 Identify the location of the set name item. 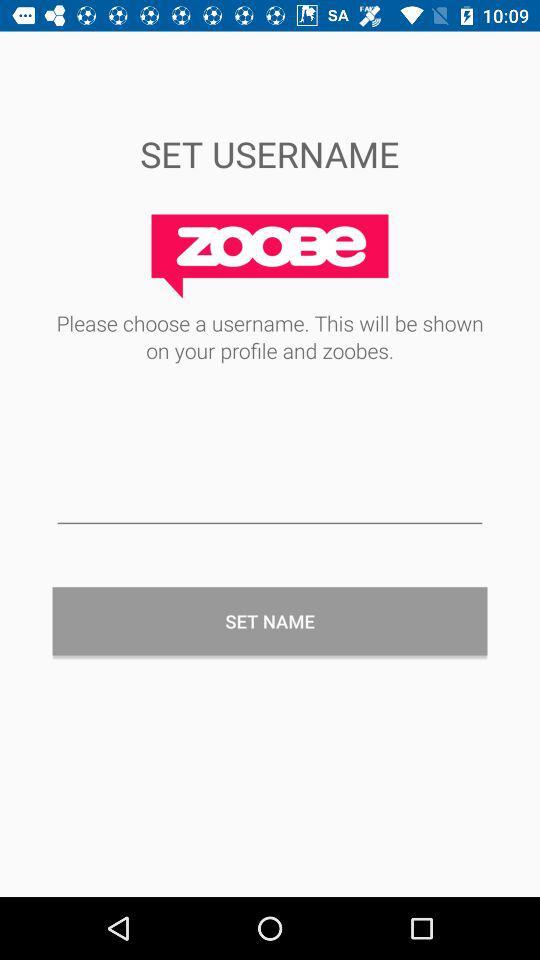
(270, 620).